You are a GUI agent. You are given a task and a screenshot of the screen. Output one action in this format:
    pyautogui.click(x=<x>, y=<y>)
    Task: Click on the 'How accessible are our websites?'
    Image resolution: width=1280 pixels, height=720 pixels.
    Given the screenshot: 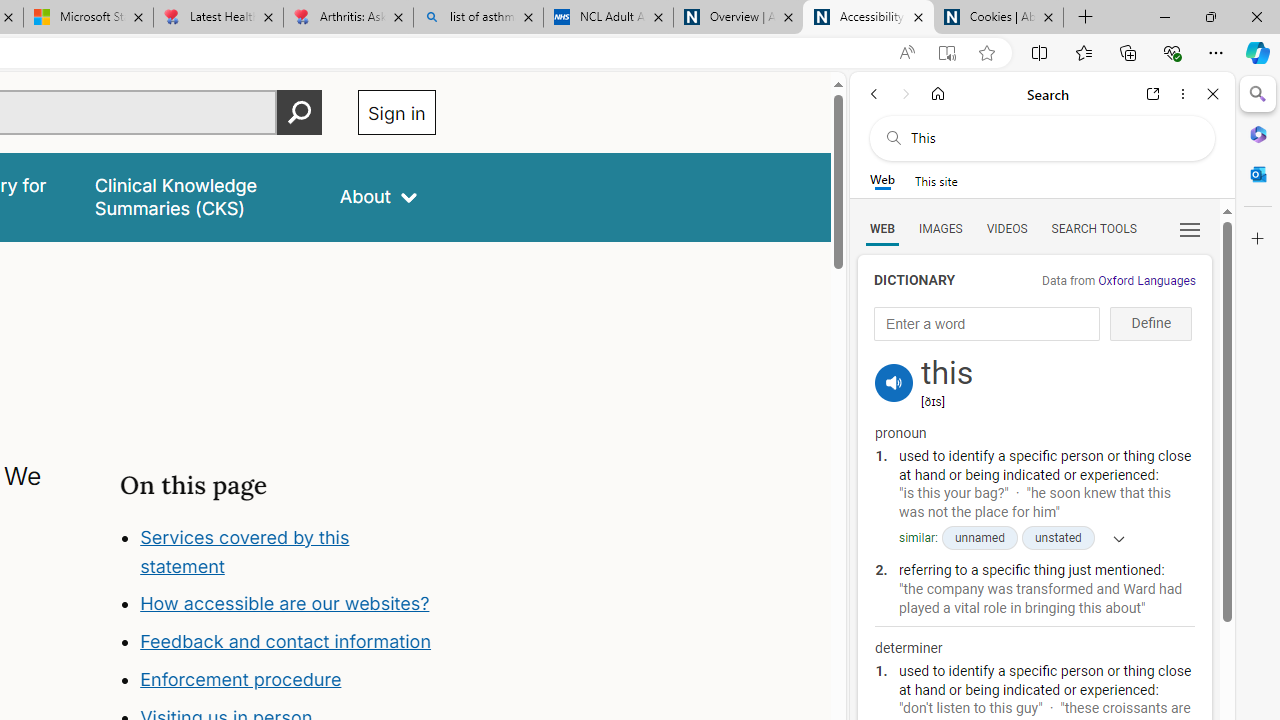 What is the action you would take?
    pyautogui.click(x=283, y=603)
    